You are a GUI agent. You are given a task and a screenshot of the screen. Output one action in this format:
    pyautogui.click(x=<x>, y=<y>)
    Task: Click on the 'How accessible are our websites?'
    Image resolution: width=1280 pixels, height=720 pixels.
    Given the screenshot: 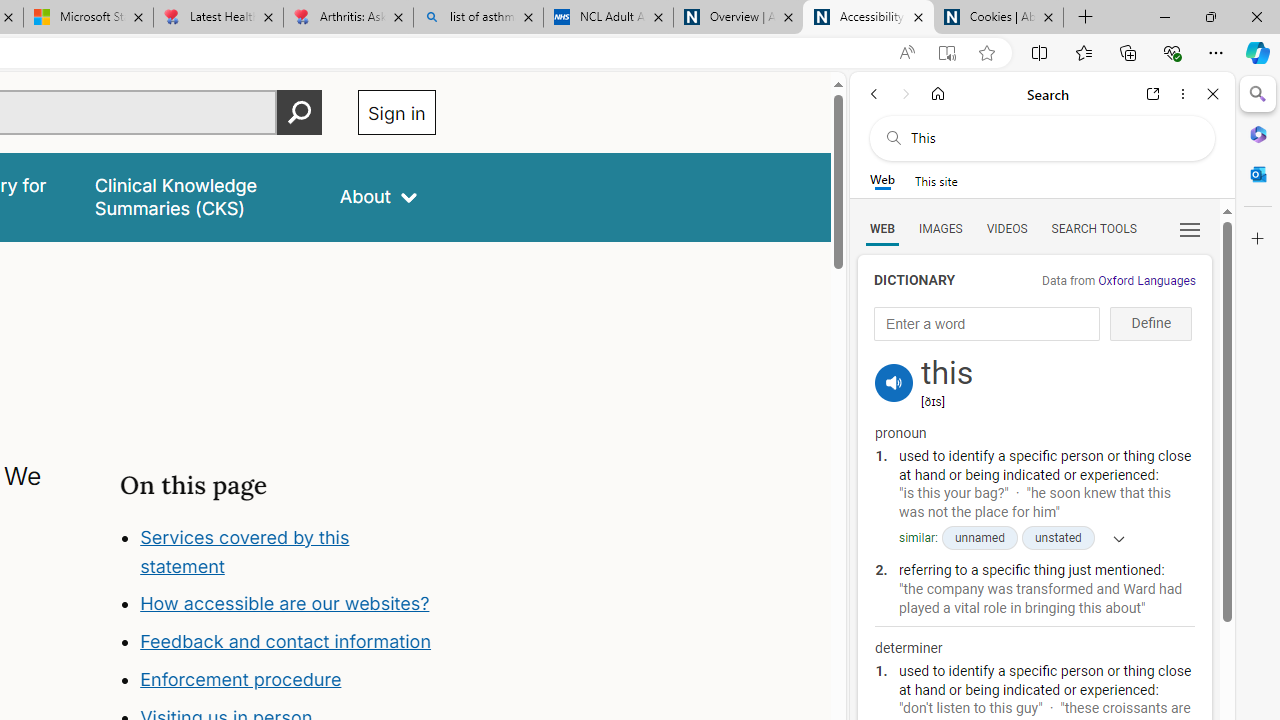 What is the action you would take?
    pyautogui.click(x=283, y=603)
    